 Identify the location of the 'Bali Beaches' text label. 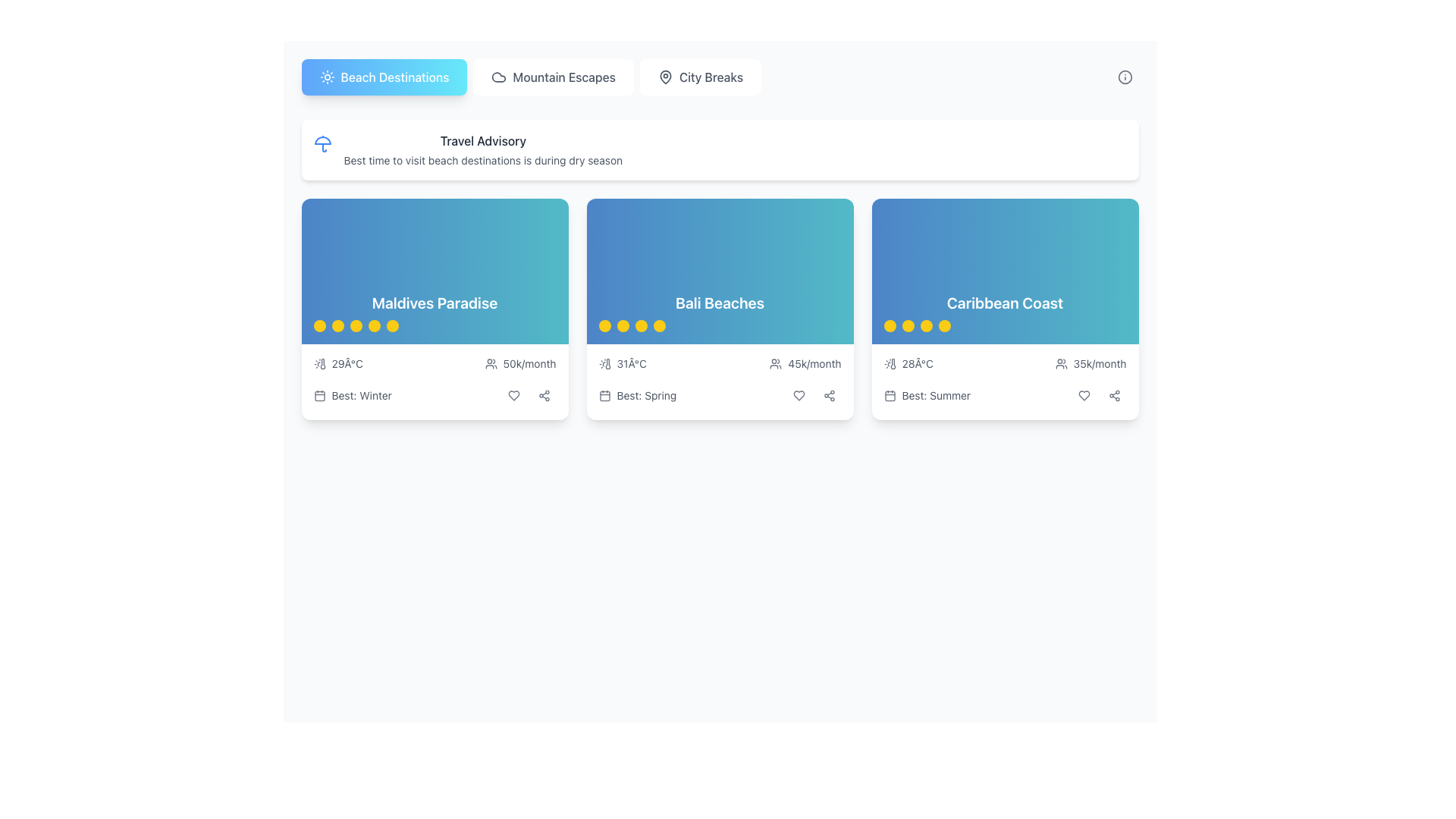
(719, 303).